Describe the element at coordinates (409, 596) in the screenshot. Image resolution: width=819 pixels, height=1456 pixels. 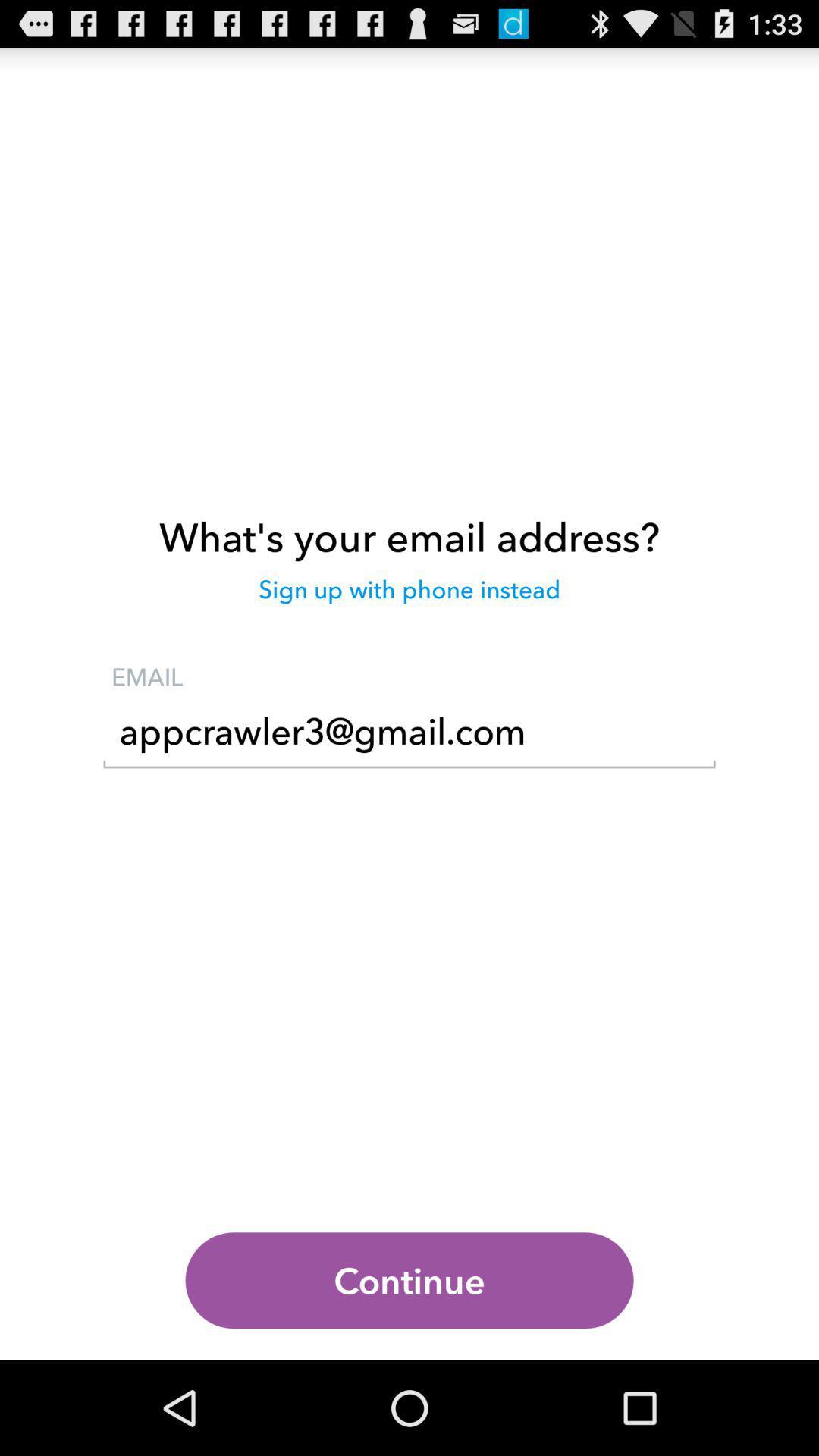
I see `the sign up with icon` at that location.